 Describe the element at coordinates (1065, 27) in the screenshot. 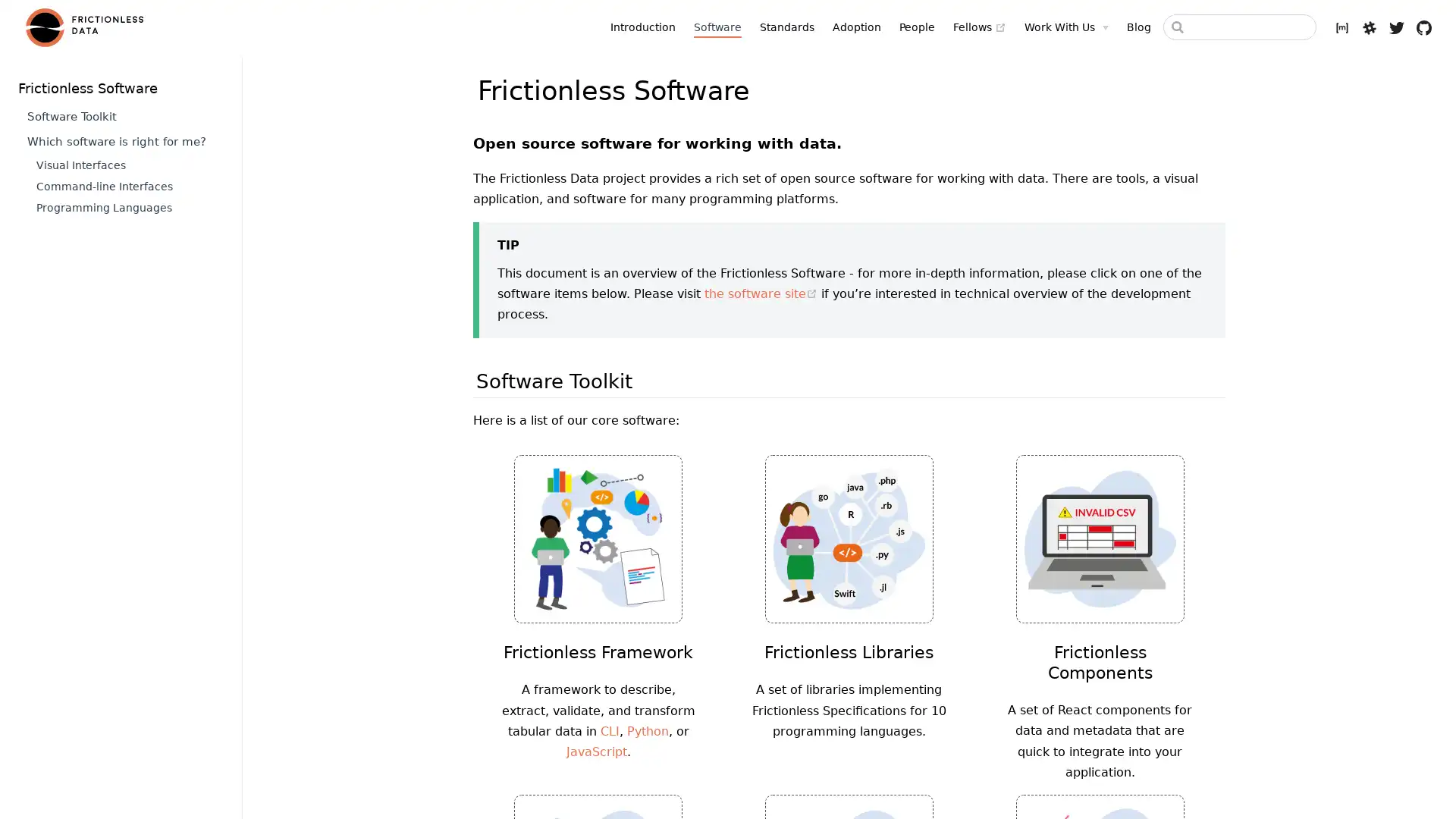

I see `Work With Us Menu` at that location.